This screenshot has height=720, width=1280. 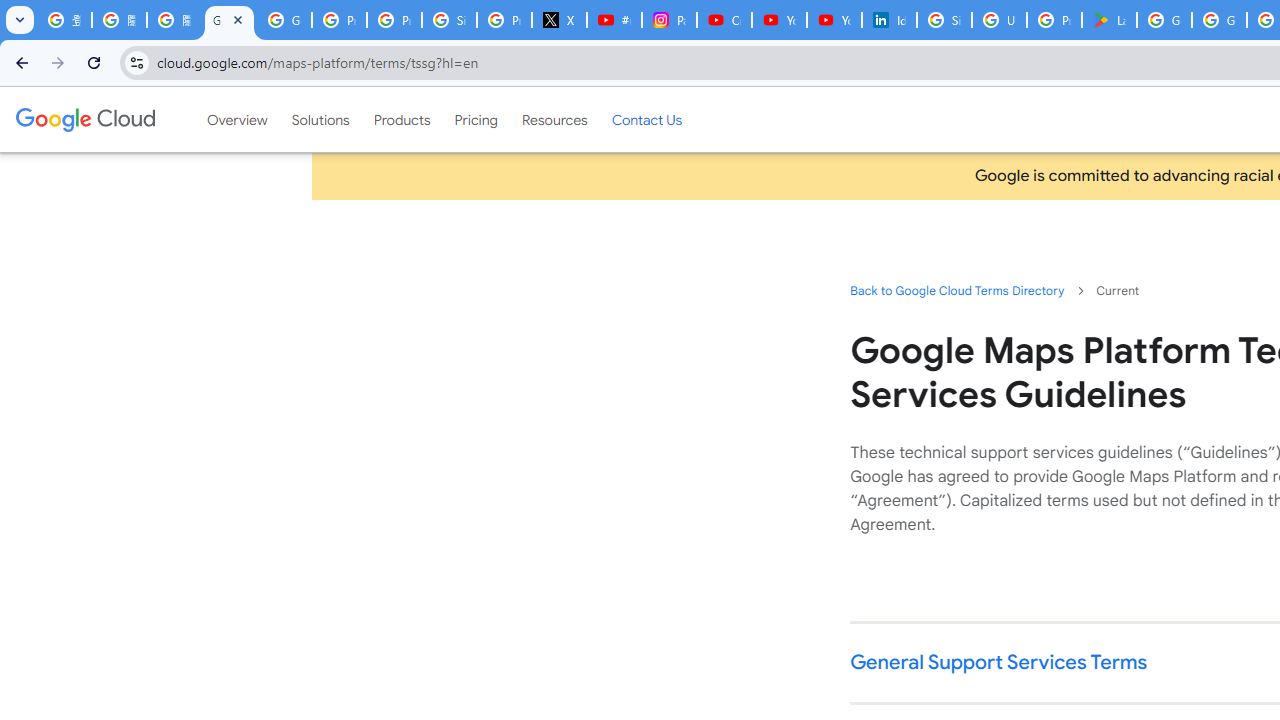 I want to click on 'X', so click(x=560, y=20).